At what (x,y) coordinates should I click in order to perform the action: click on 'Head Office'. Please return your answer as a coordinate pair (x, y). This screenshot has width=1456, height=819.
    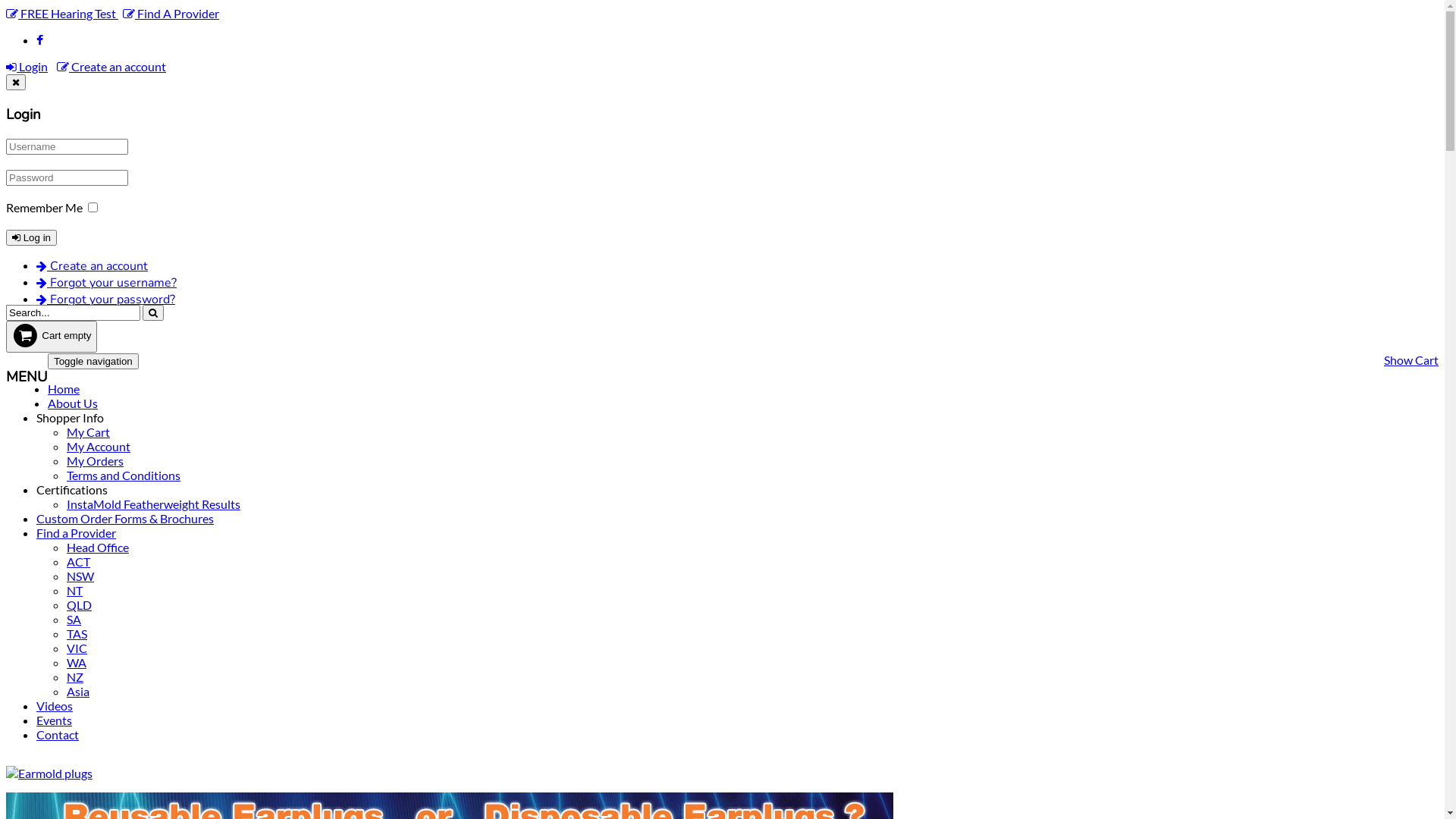
    Looking at the image, I should click on (97, 547).